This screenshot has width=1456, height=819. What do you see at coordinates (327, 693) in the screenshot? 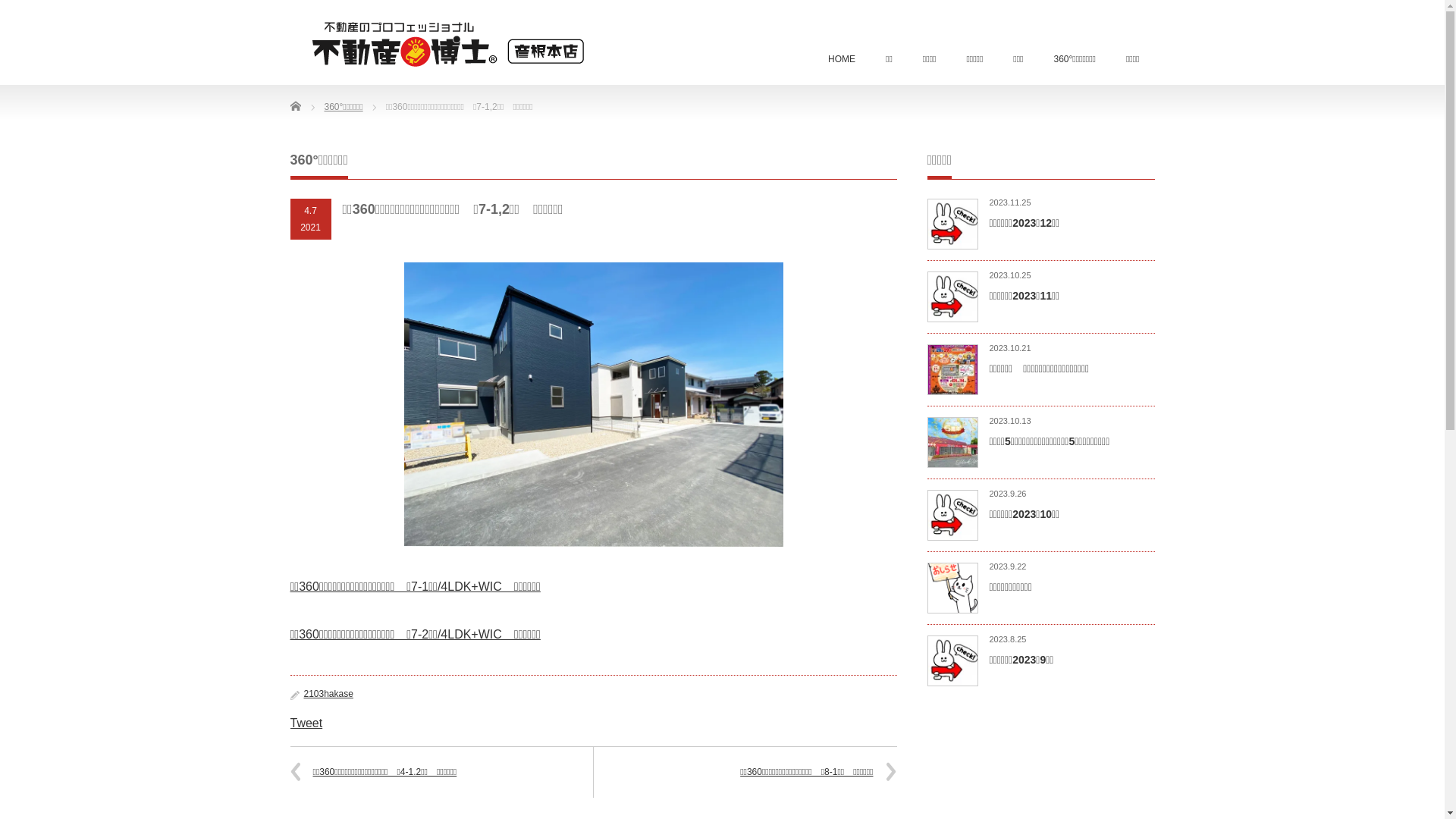
I see `'2103hakase'` at bounding box center [327, 693].